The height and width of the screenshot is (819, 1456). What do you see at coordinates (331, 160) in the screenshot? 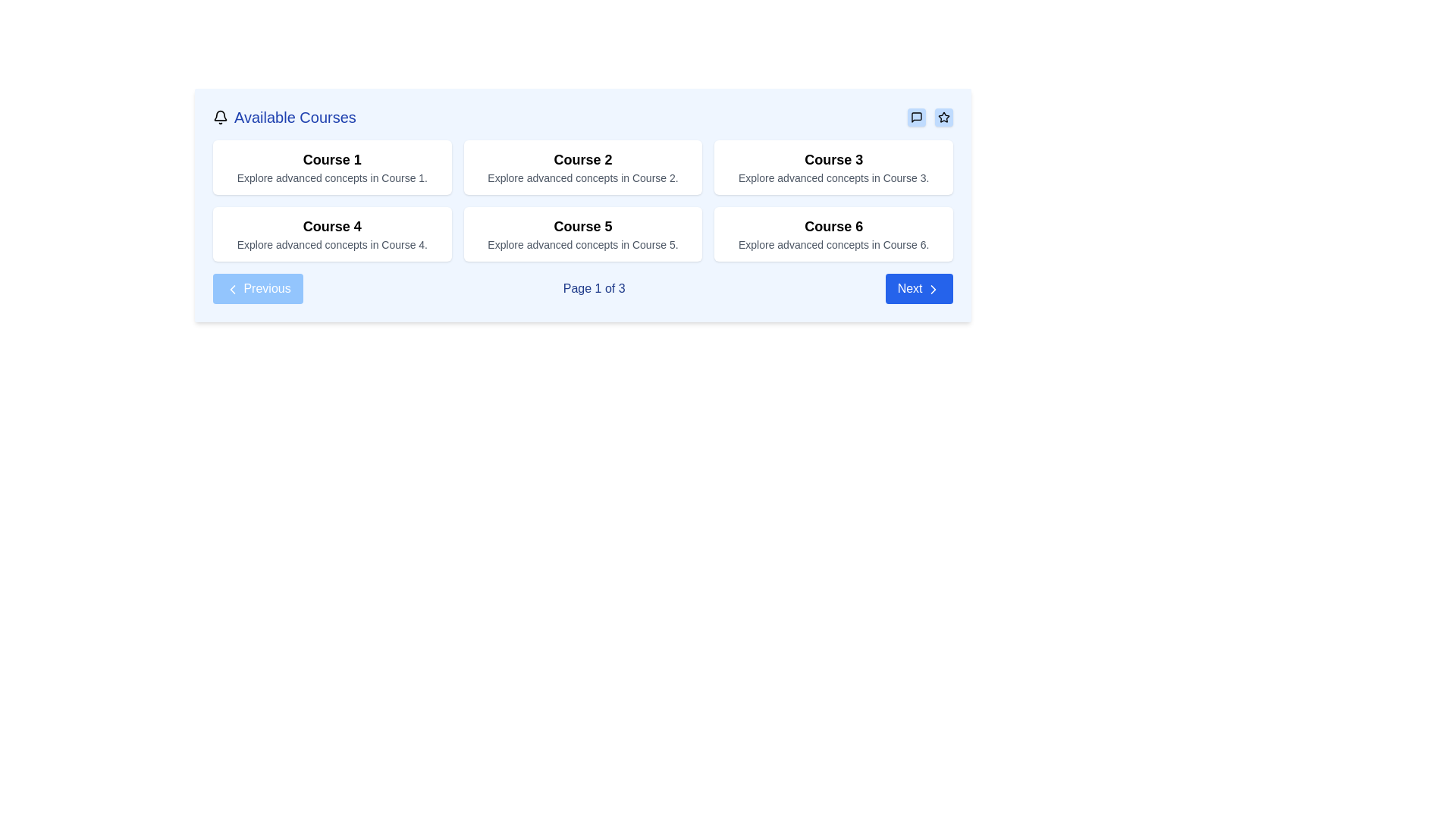
I see `the Text Label that provides the title or name of a course located in the top-left section of the grid, above the description text` at bounding box center [331, 160].